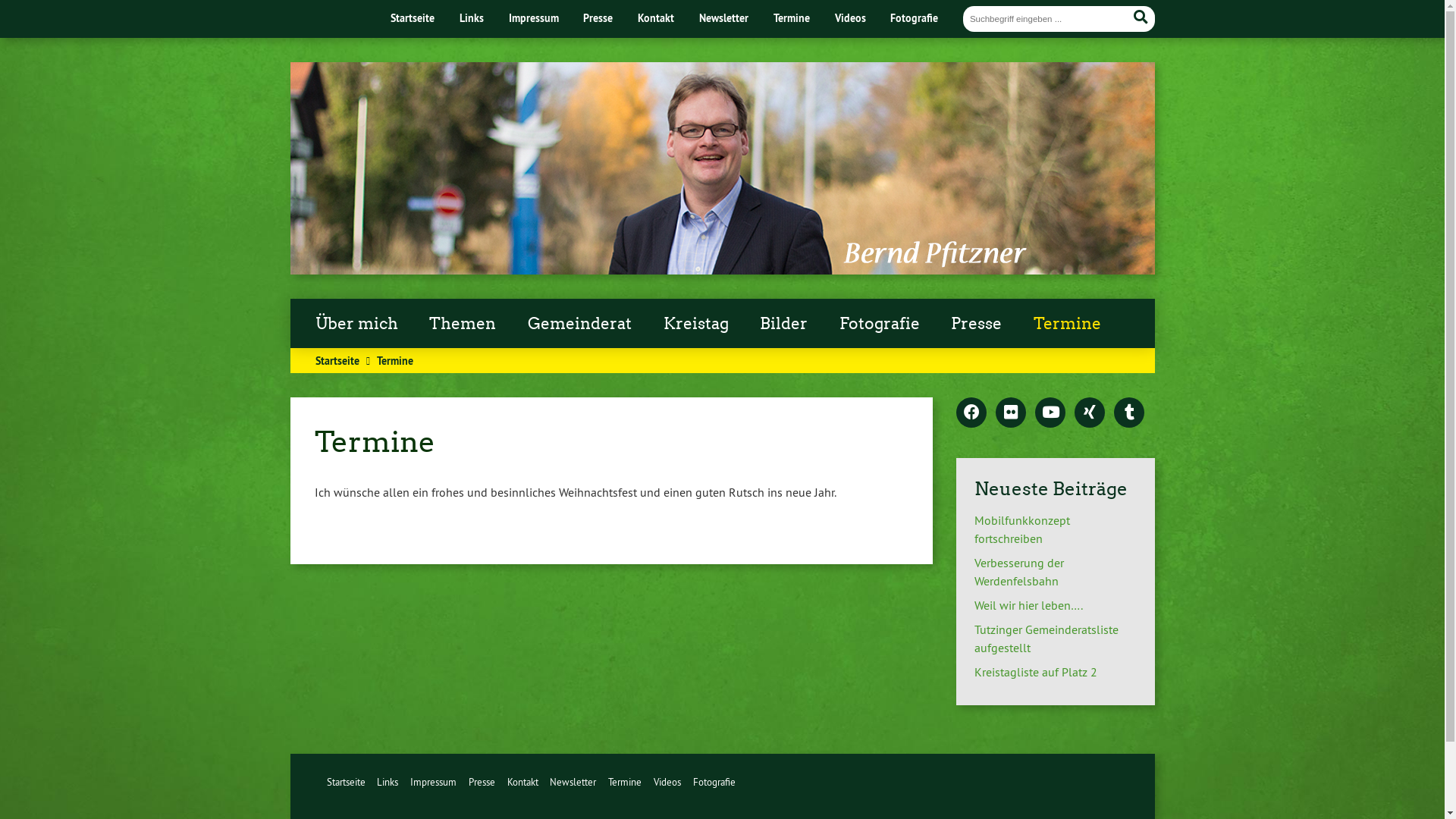  Describe the element at coordinates (1022, 529) in the screenshot. I see `'Mobilfunkkonzept fortschreiben'` at that location.